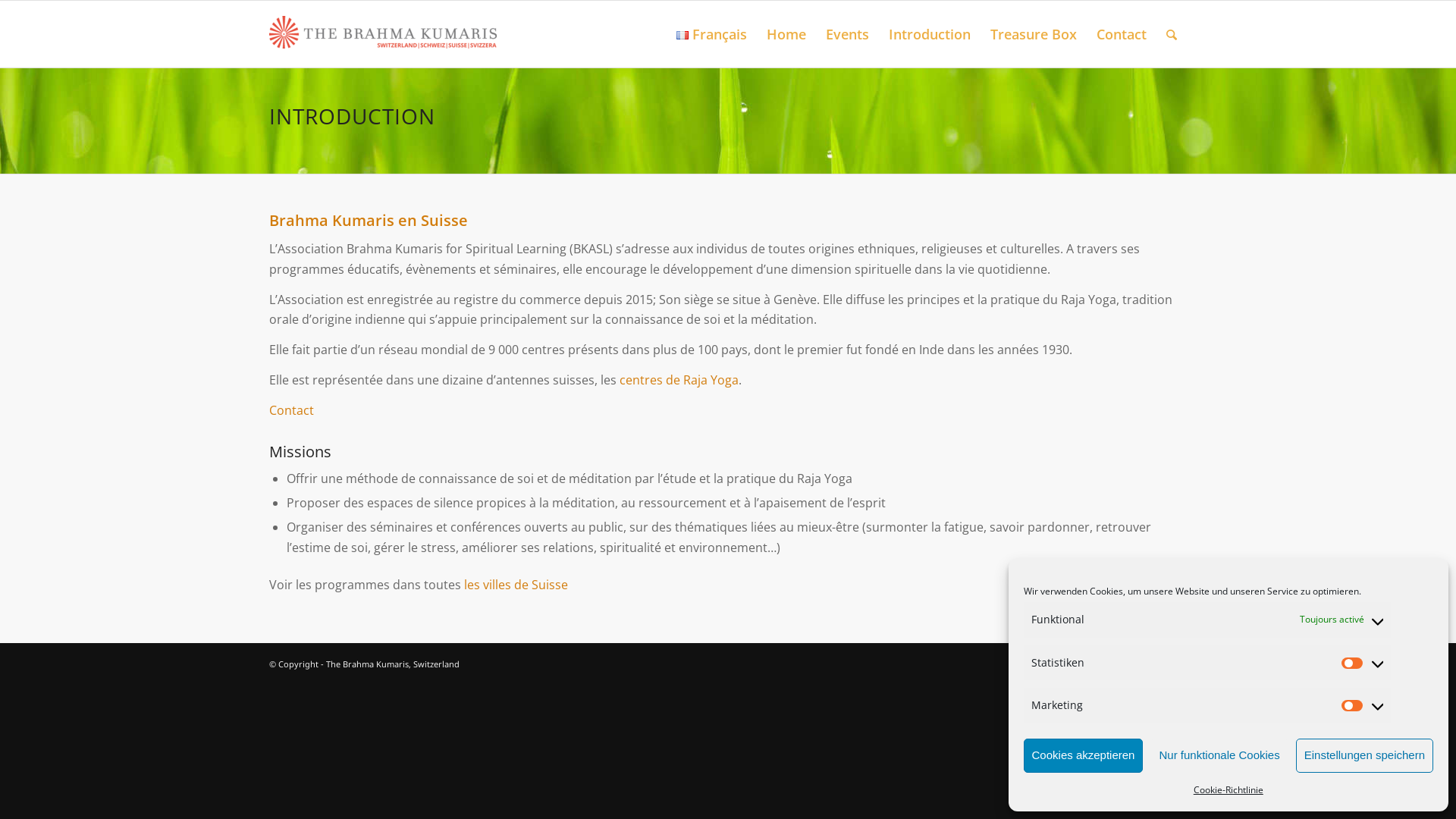  What do you see at coordinates (1364, 755) in the screenshot?
I see `'Einstellungen speichern'` at bounding box center [1364, 755].